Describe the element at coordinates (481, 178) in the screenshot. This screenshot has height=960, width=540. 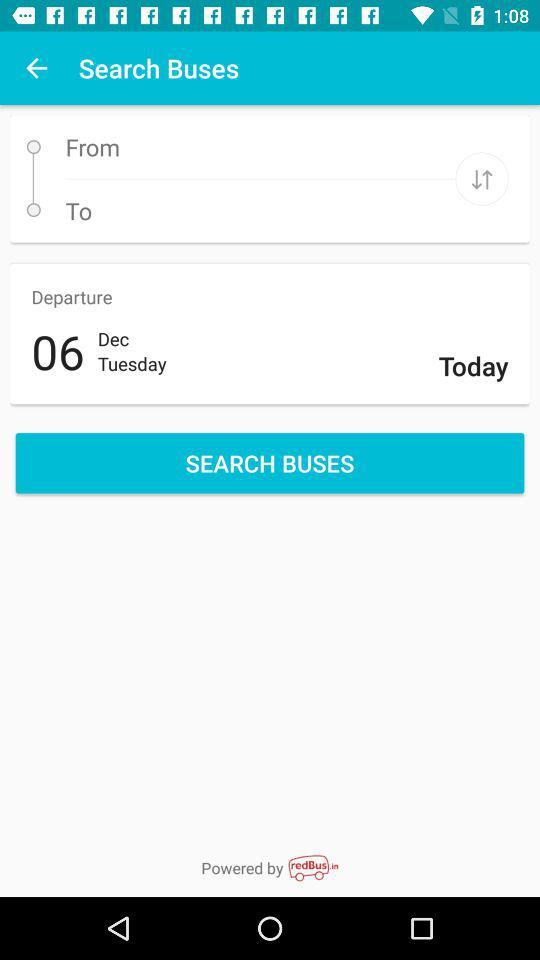
I see `item at the top right corner` at that location.